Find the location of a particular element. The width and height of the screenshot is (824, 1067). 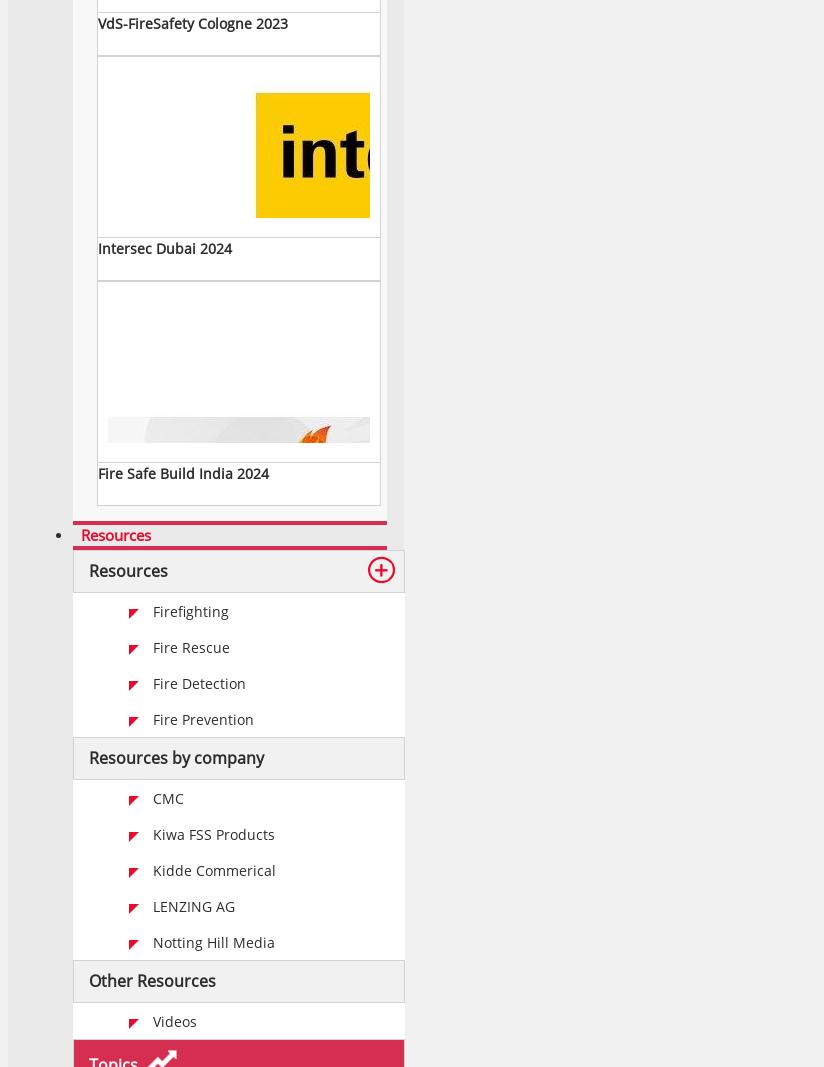

'Firefighting' is located at coordinates (191, 611).